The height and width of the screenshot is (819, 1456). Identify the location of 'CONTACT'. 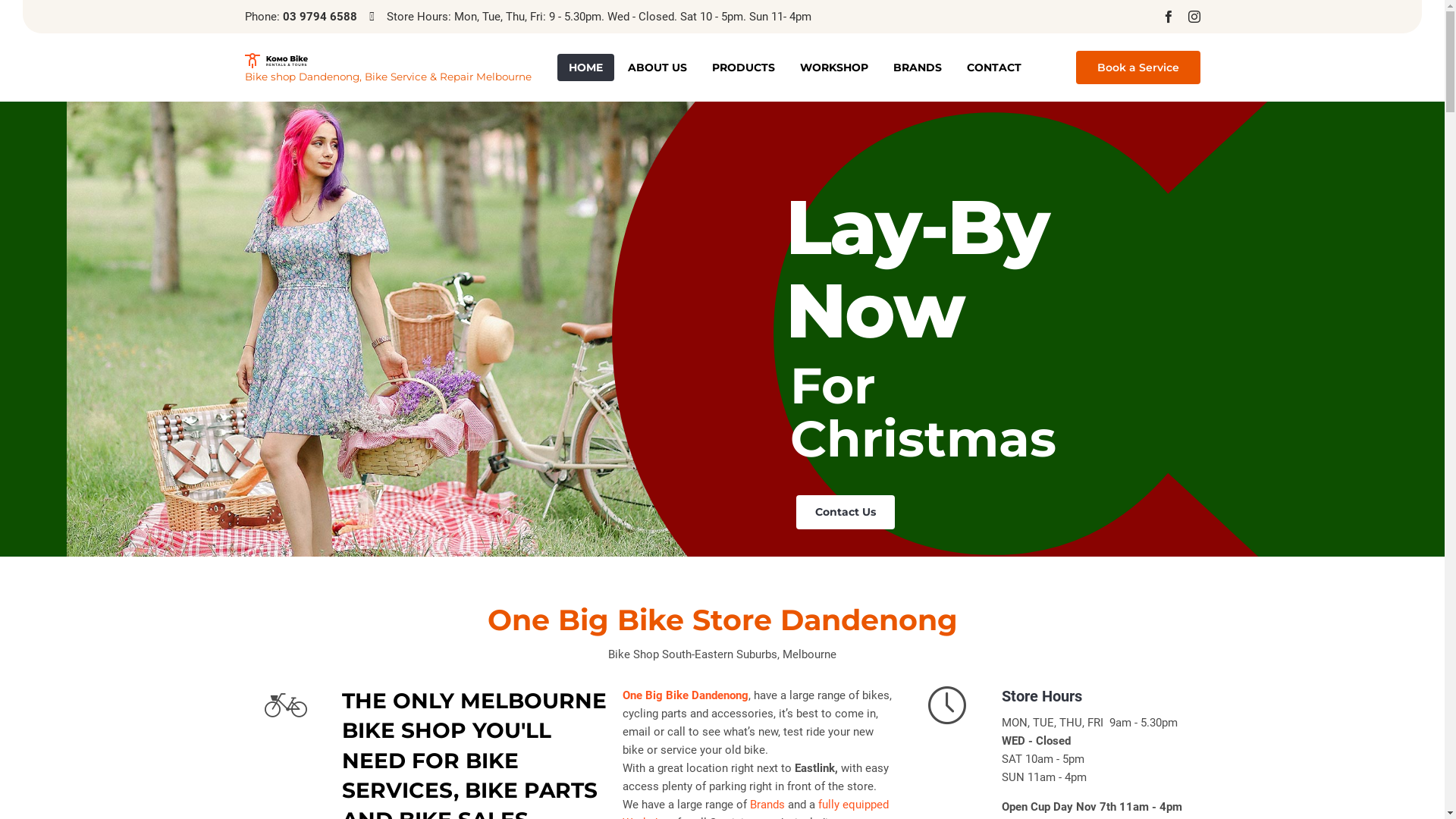
(954, 66).